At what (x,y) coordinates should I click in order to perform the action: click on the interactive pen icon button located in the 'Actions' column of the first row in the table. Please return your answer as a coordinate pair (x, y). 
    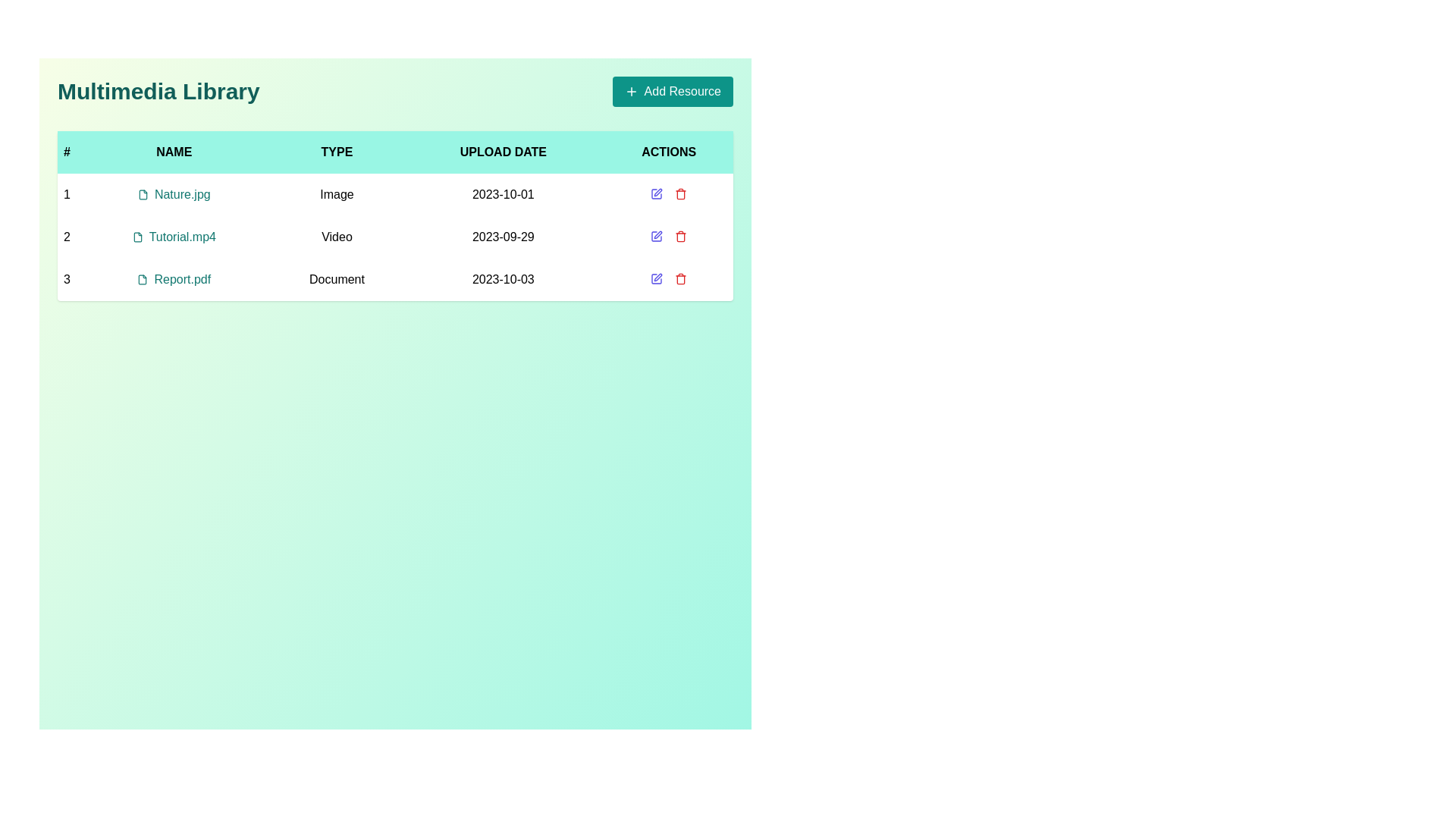
    Looking at the image, I should click on (656, 193).